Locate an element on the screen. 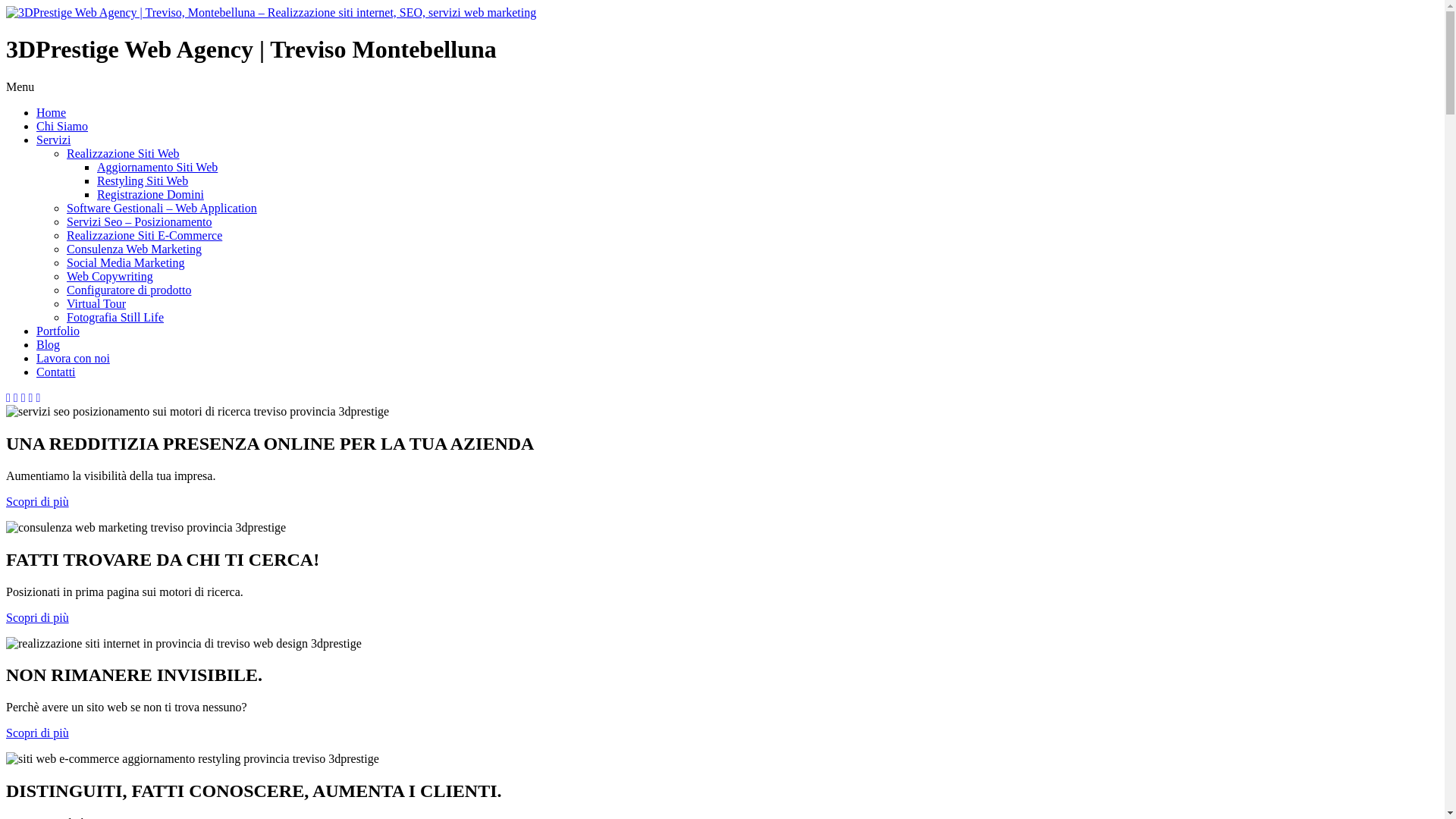  'Blog' is located at coordinates (48, 344).